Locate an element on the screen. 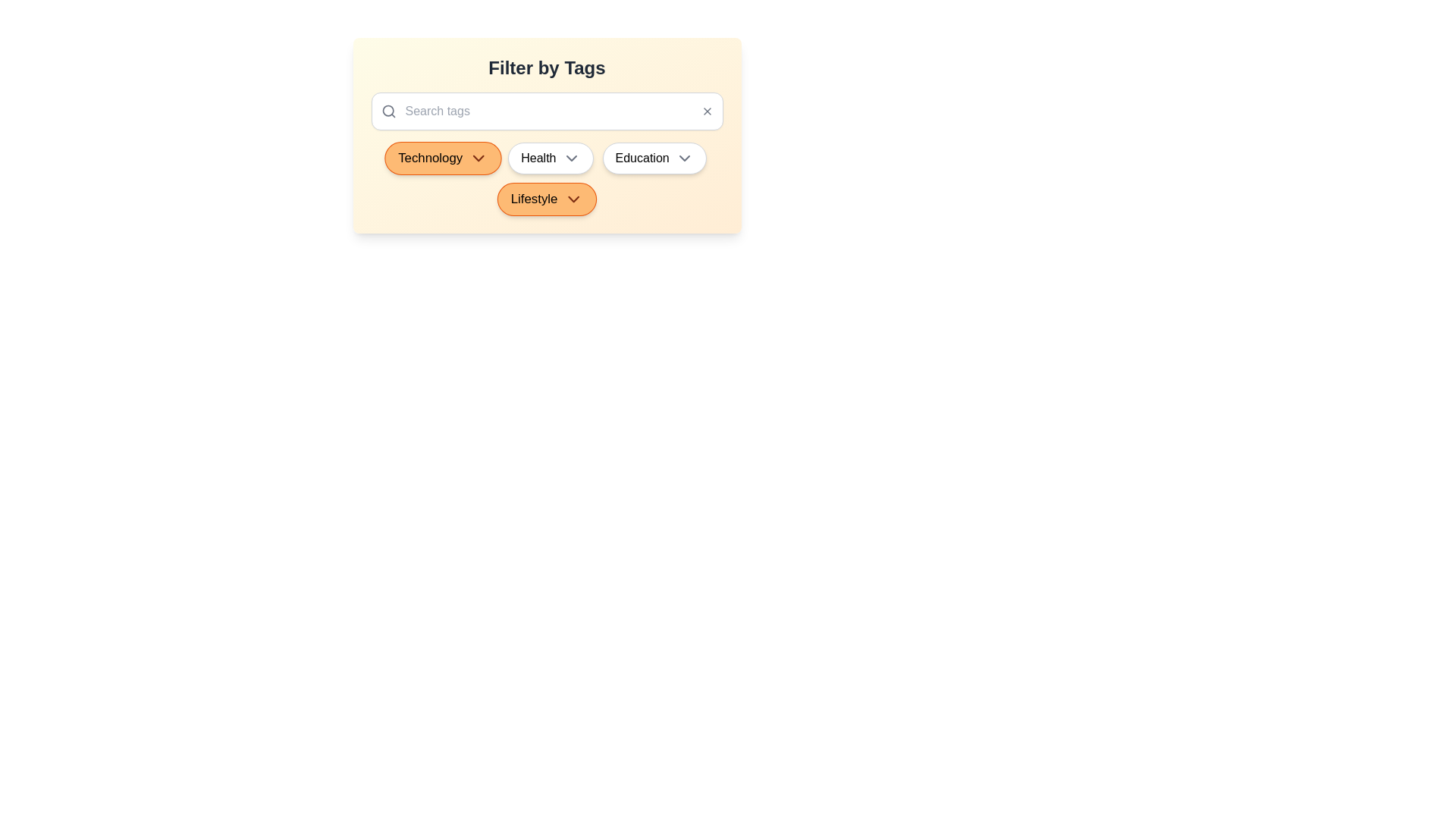  the tag Health is located at coordinates (550, 158).